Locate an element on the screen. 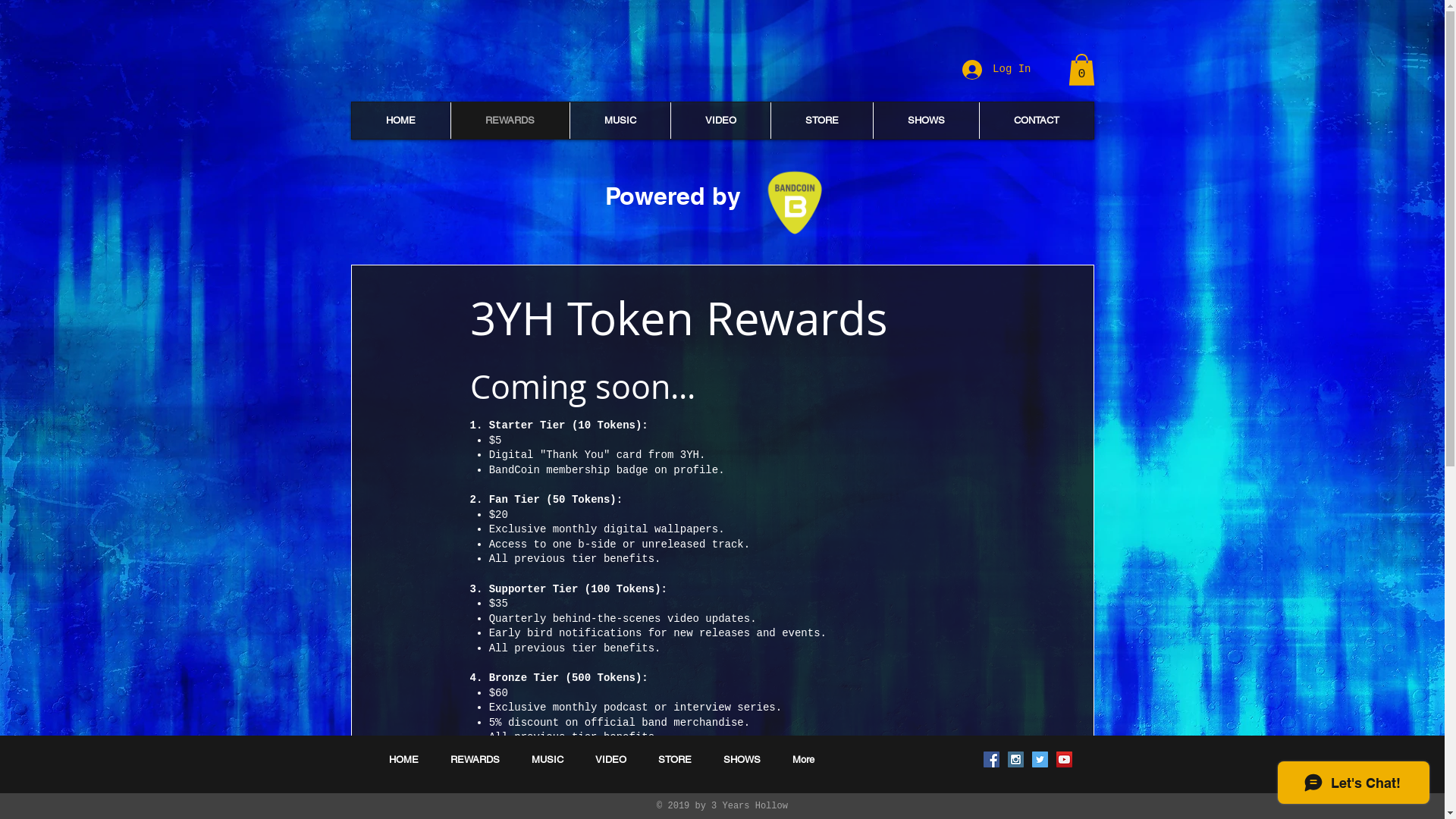 This screenshot has height=819, width=1456. 'MUSIC' is located at coordinates (619, 119).